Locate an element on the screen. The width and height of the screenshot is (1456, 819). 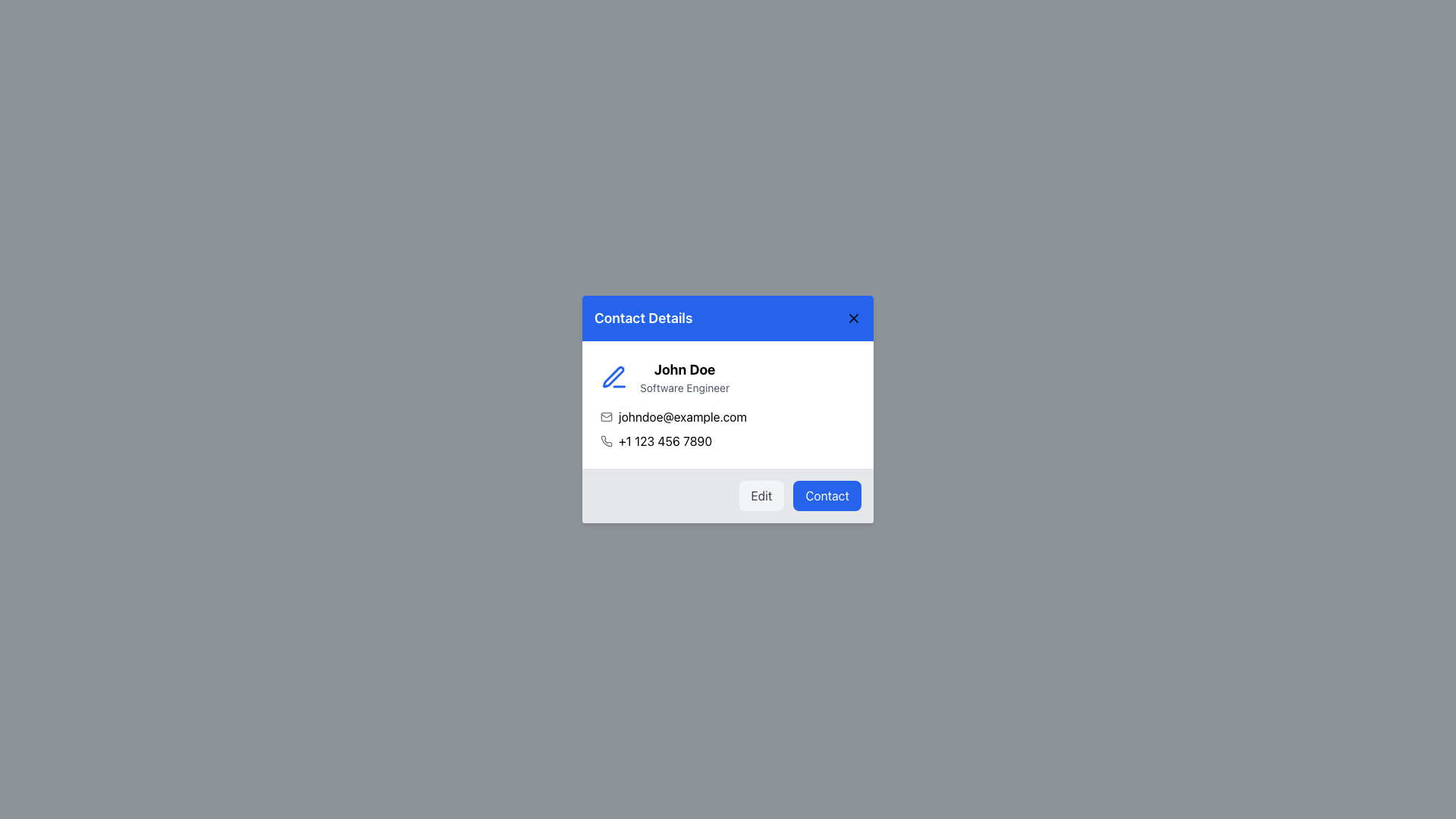
the envelope icon located to the left of the email address 'johndoe@example.com' is located at coordinates (607, 417).